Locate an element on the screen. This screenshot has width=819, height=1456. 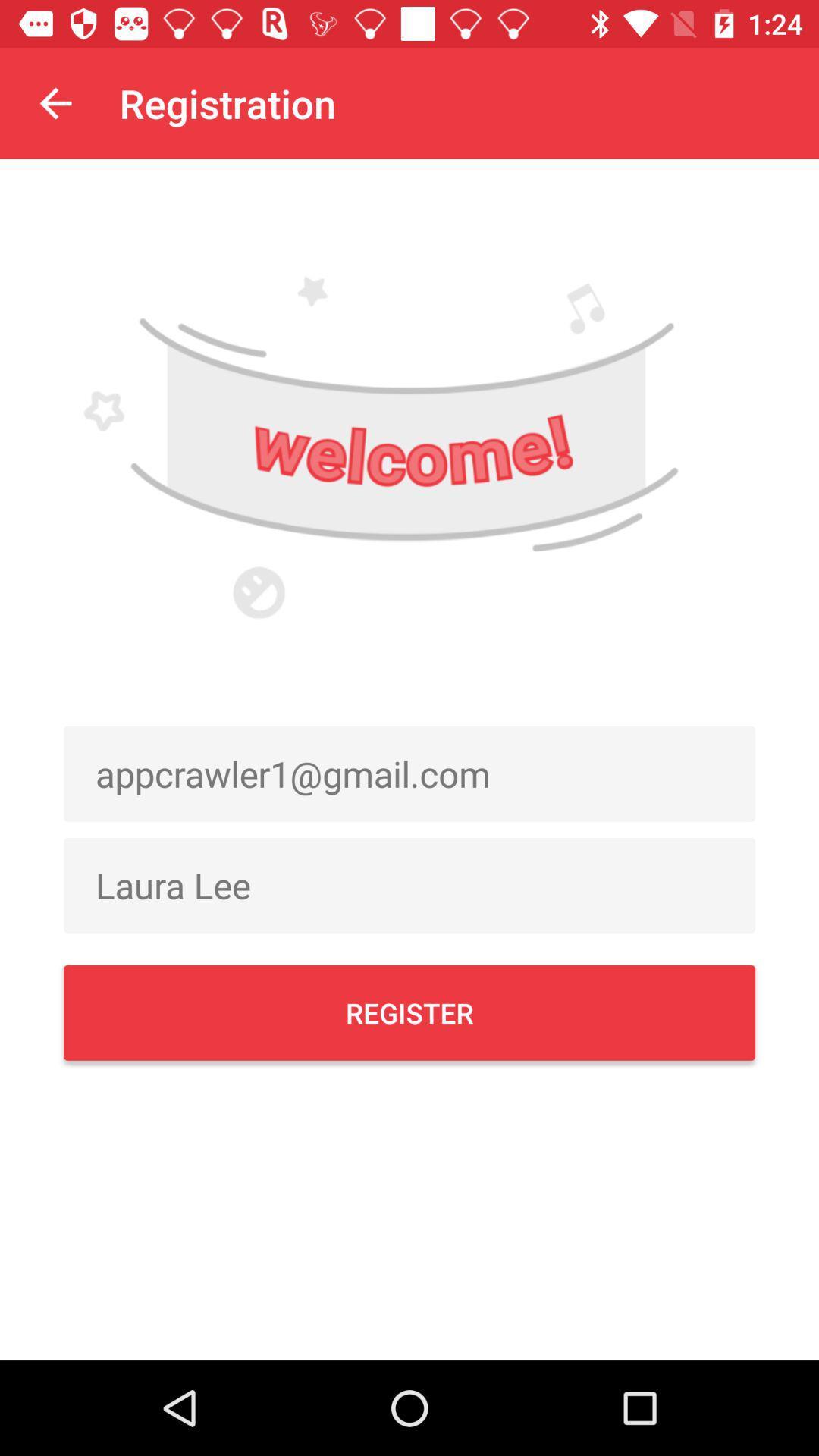
register is located at coordinates (409, 1012).